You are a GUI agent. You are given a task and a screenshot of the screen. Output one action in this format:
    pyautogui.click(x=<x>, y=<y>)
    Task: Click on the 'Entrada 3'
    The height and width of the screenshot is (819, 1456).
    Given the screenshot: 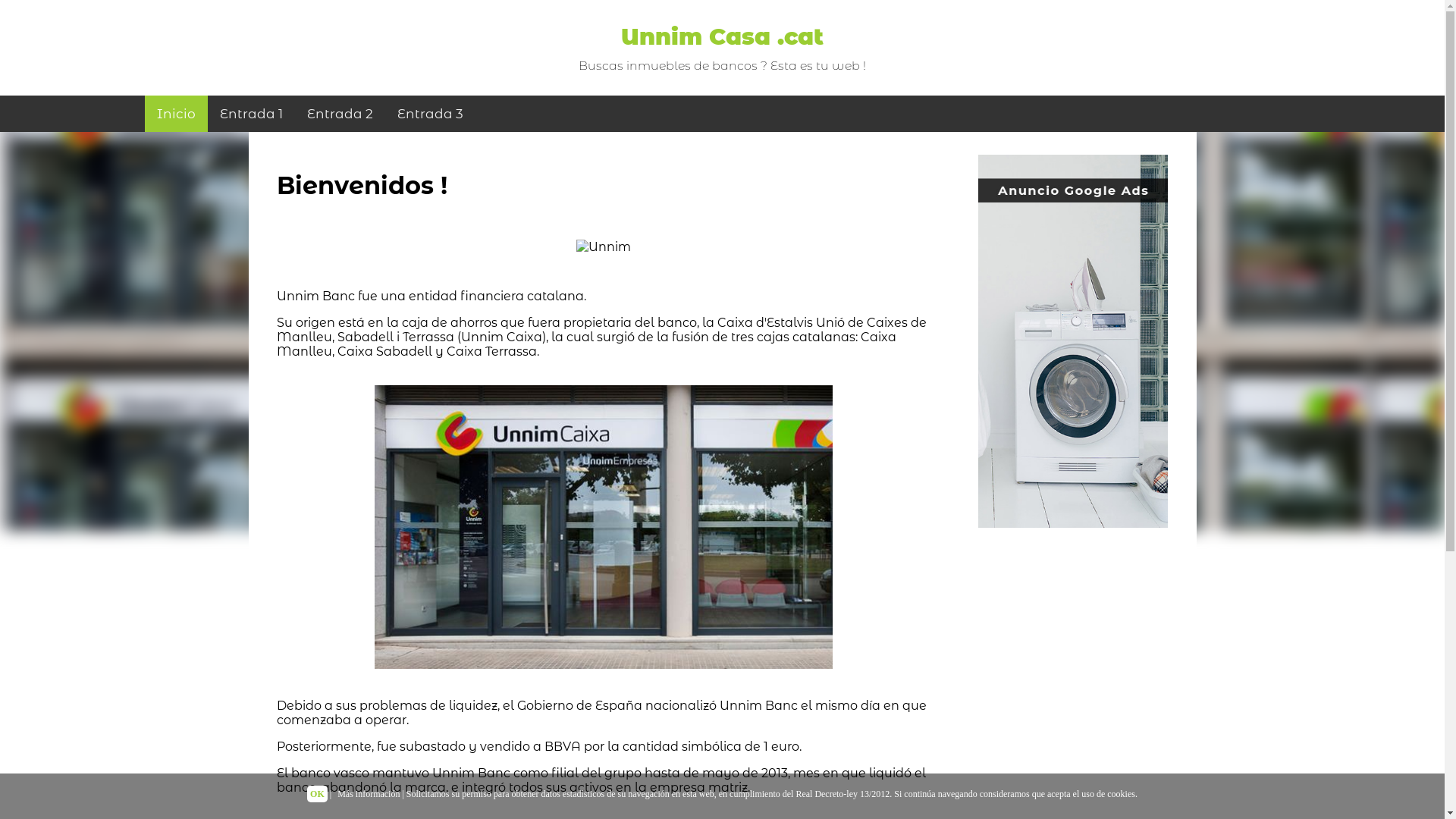 What is the action you would take?
    pyautogui.click(x=429, y=113)
    